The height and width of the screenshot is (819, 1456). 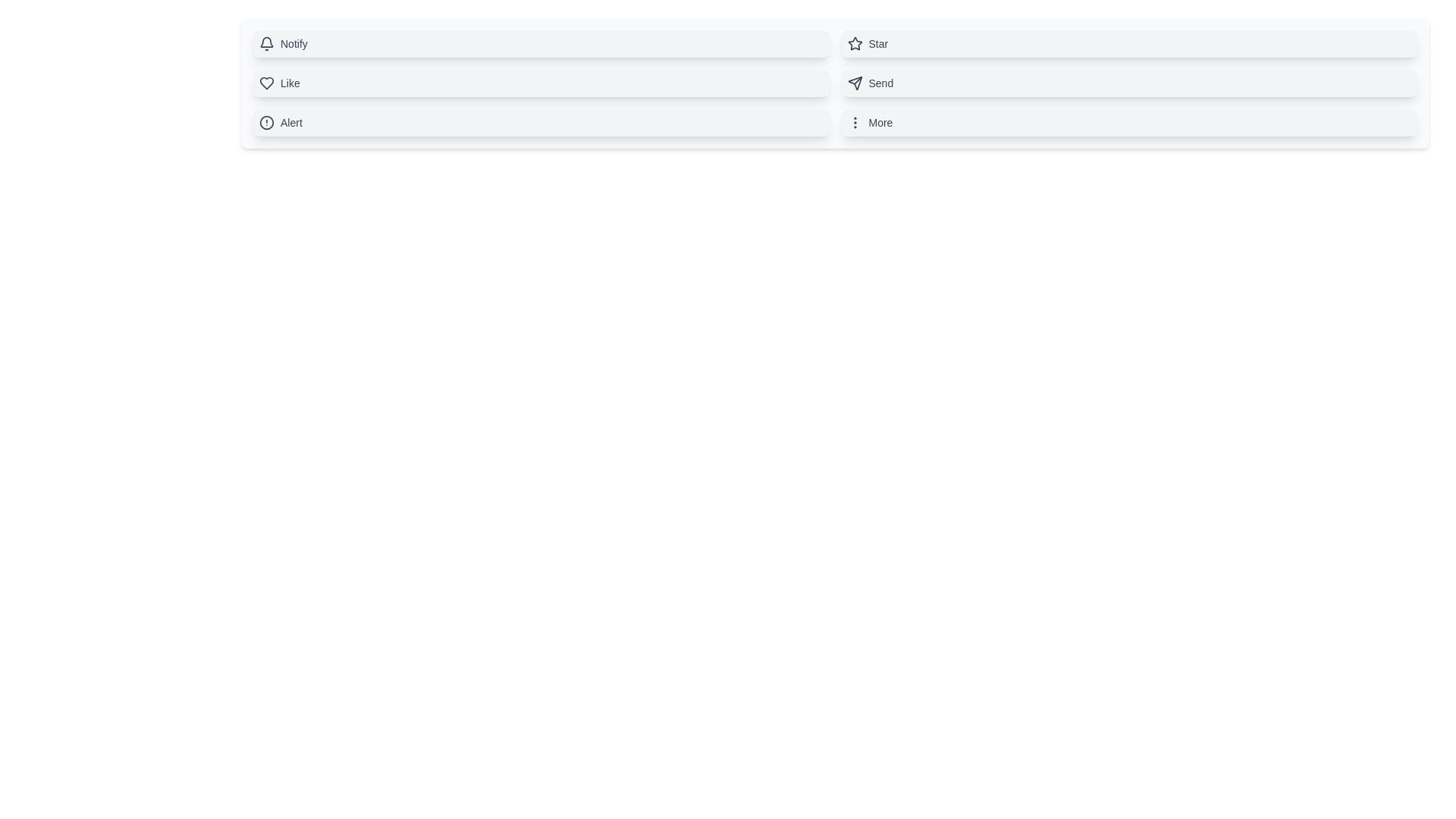 What do you see at coordinates (541, 42) in the screenshot?
I see `the first button in the grid layout, positioned at the top-left` at bounding box center [541, 42].